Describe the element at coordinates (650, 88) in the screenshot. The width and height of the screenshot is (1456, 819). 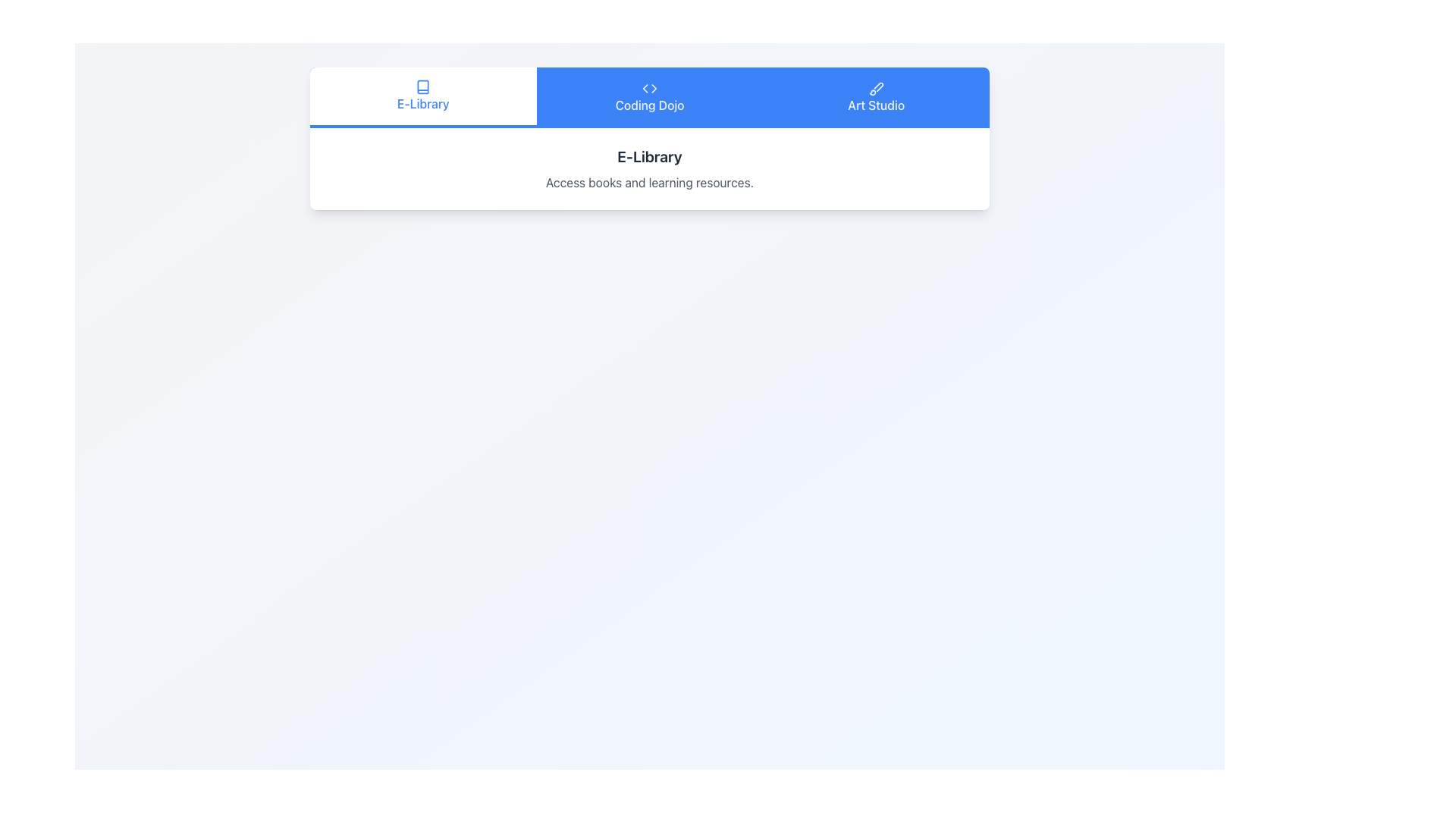
I see `the SVG icon depicting a pair of angle brackets with a blue background located in the 'Coding Dojo' section of the header navigation bar` at that location.